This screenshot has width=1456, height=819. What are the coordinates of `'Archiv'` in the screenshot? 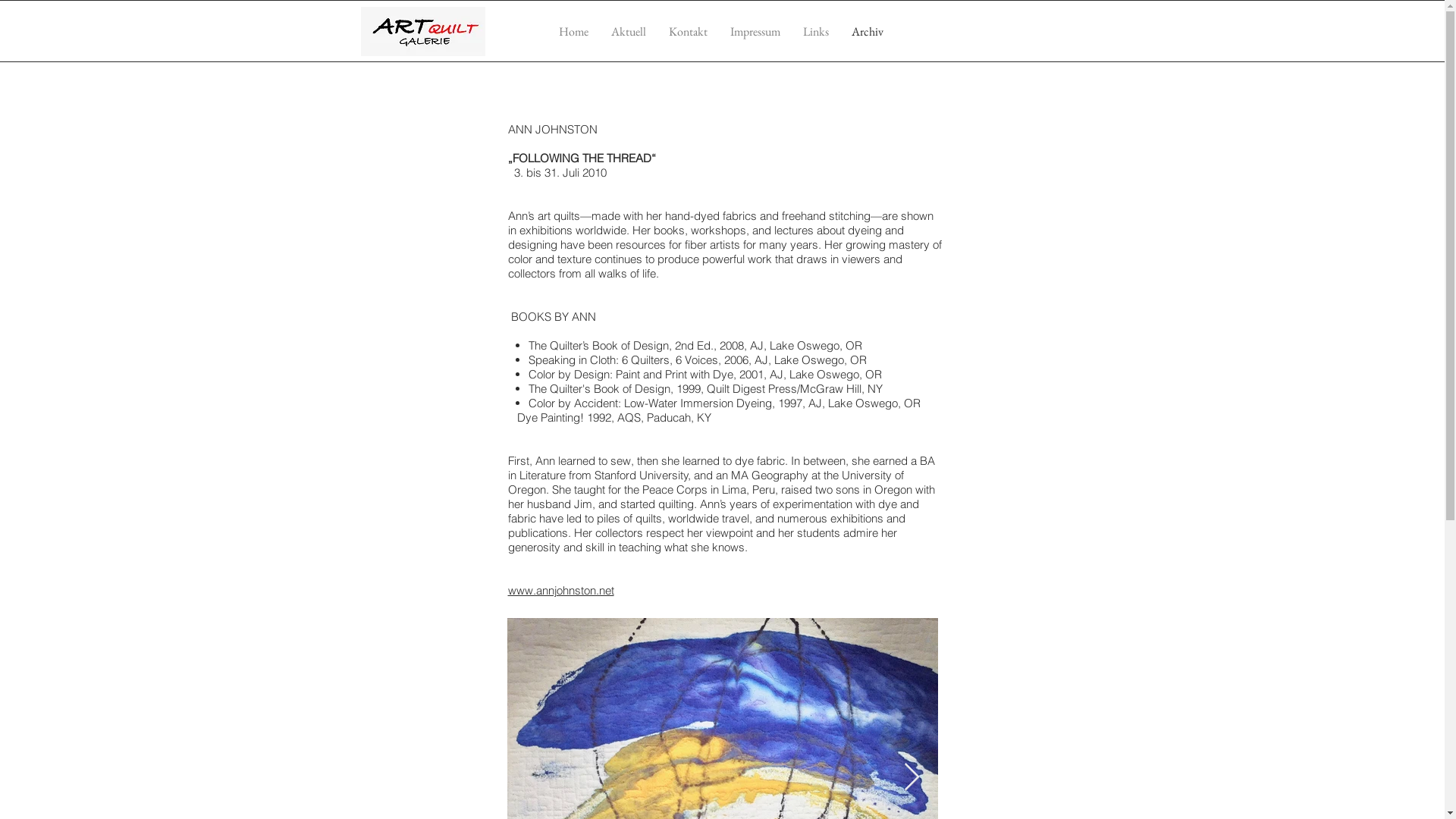 It's located at (867, 31).